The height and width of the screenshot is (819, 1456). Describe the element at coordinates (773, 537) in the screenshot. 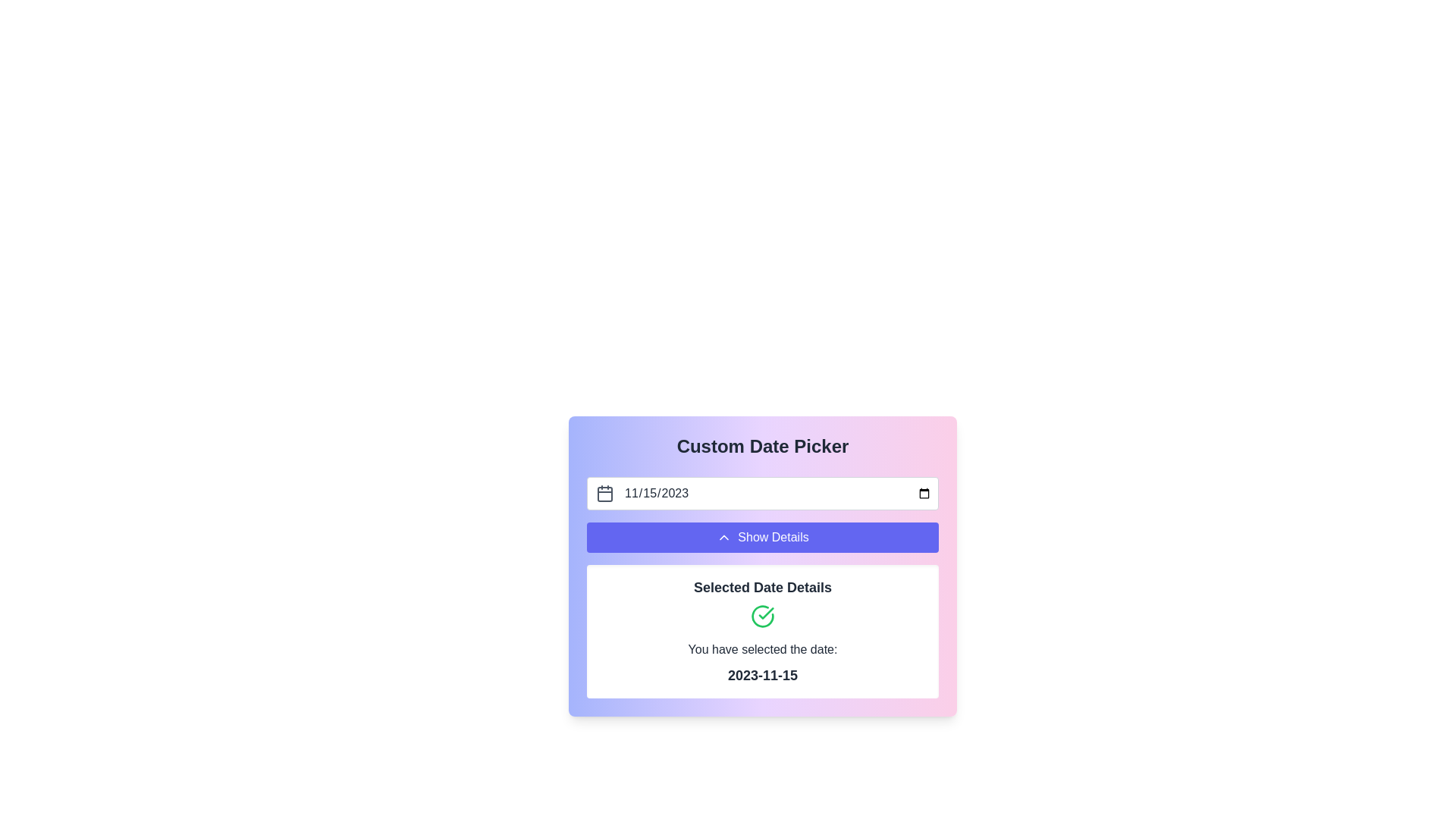

I see `the purple button containing the text label` at that location.